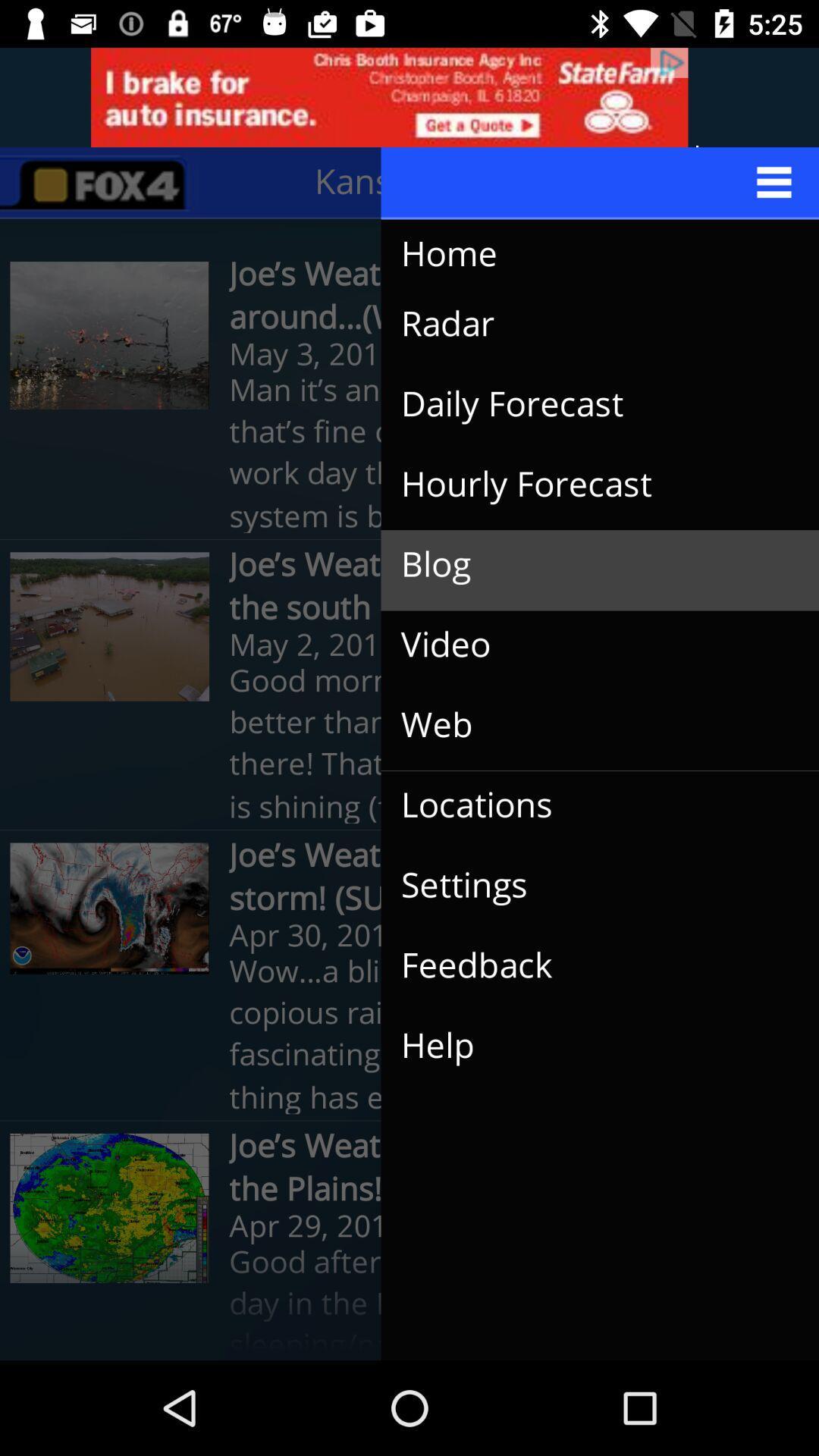 The image size is (819, 1456). What do you see at coordinates (468, 182) in the screenshot?
I see `kansas city, mo icon` at bounding box center [468, 182].